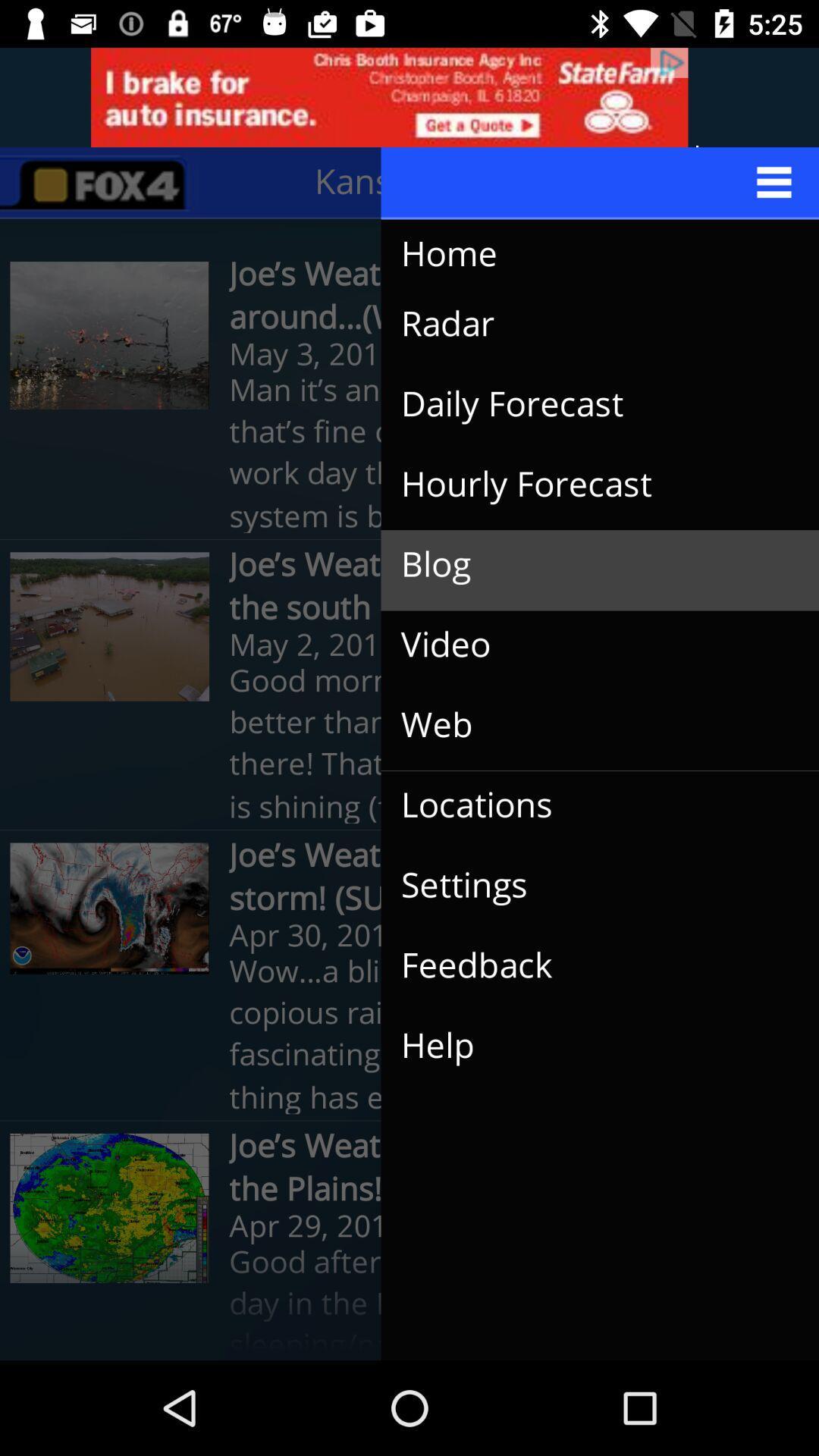 The image size is (819, 1456). What do you see at coordinates (468, 182) in the screenshot?
I see `kansas city, mo icon` at bounding box center [468, 182].